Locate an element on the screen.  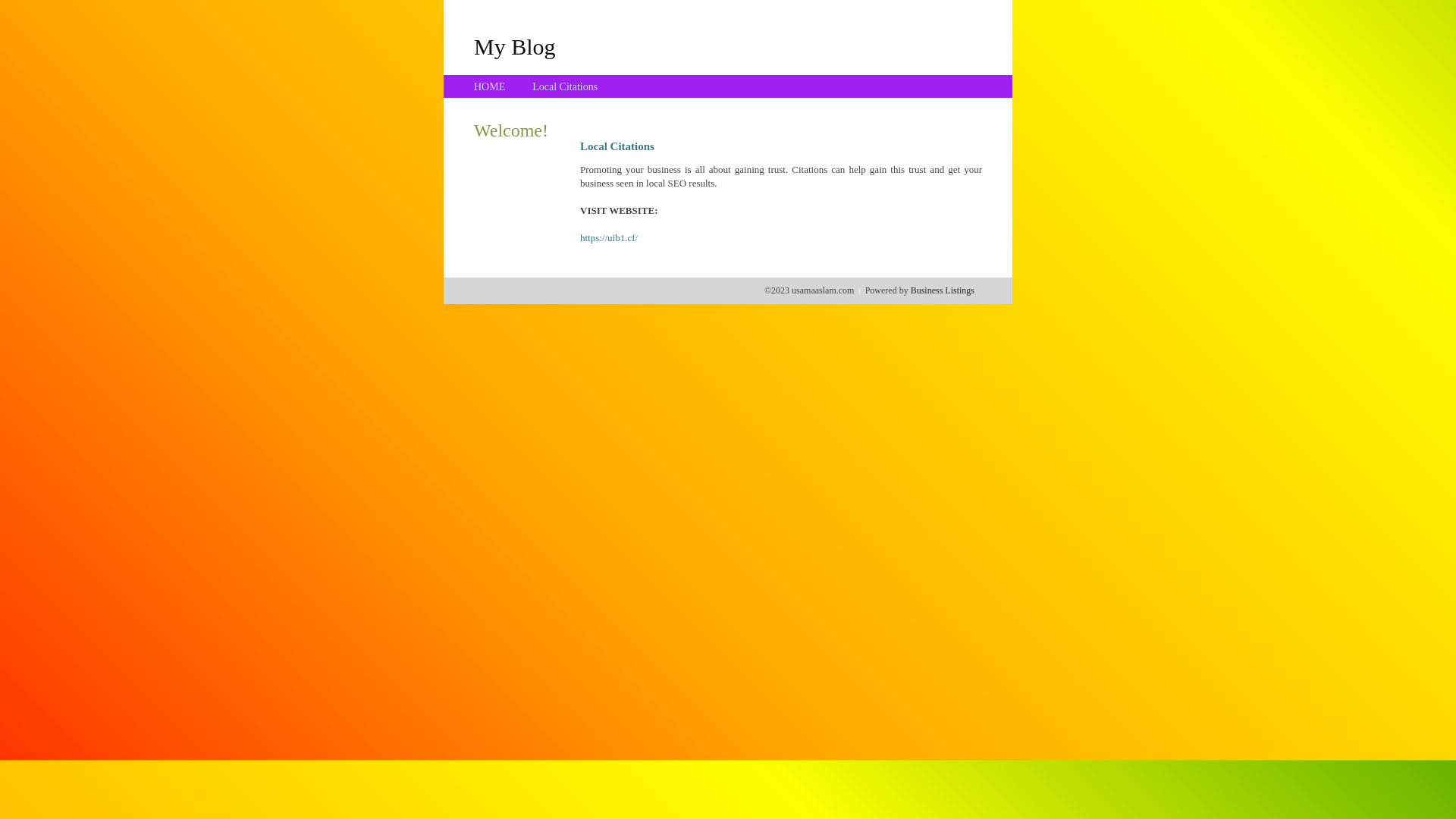
'Business Listings' is located at coordinates (942, 290).